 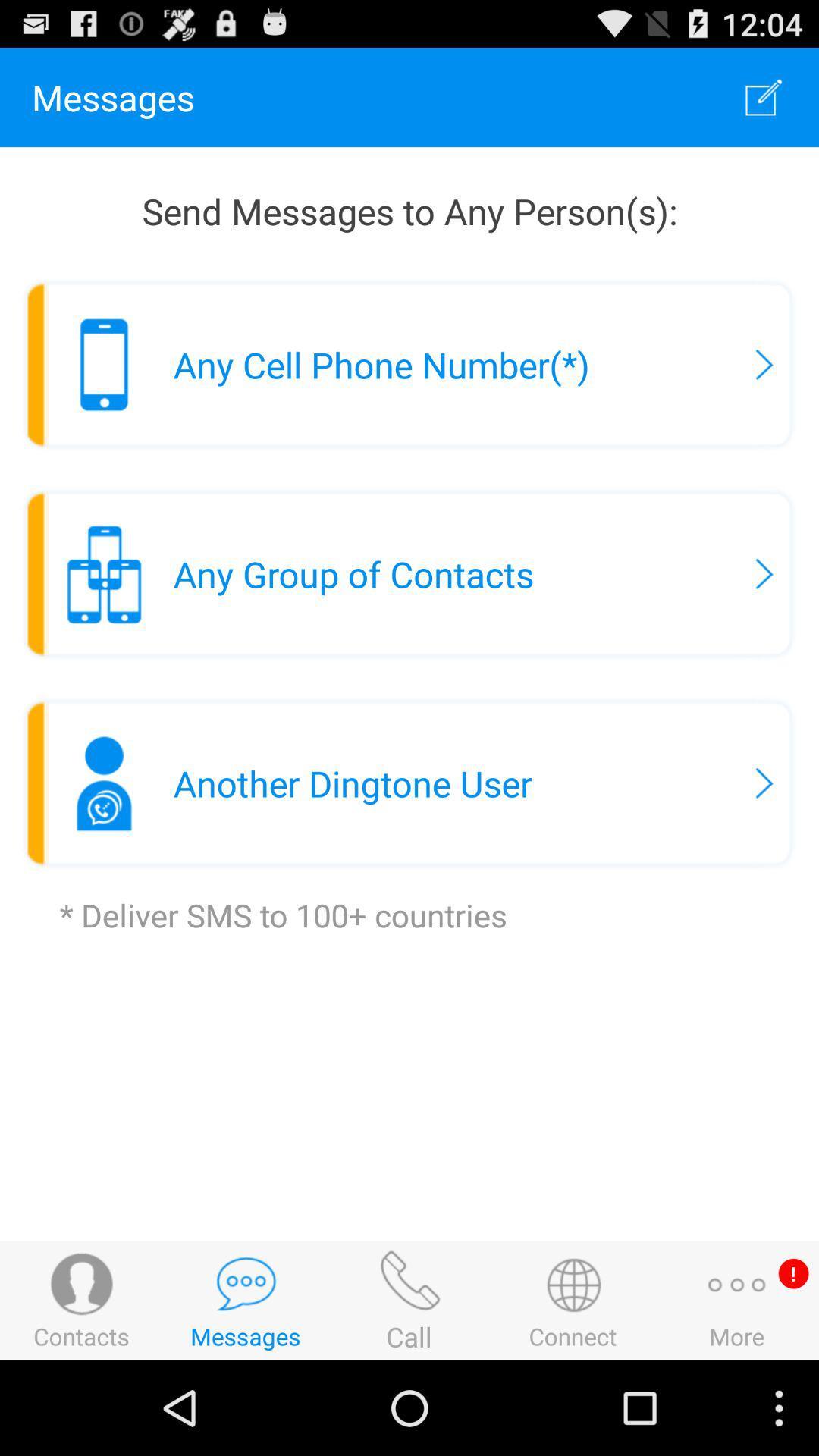 I want to click on the app next to the messages item, so click(x=764, y=96).